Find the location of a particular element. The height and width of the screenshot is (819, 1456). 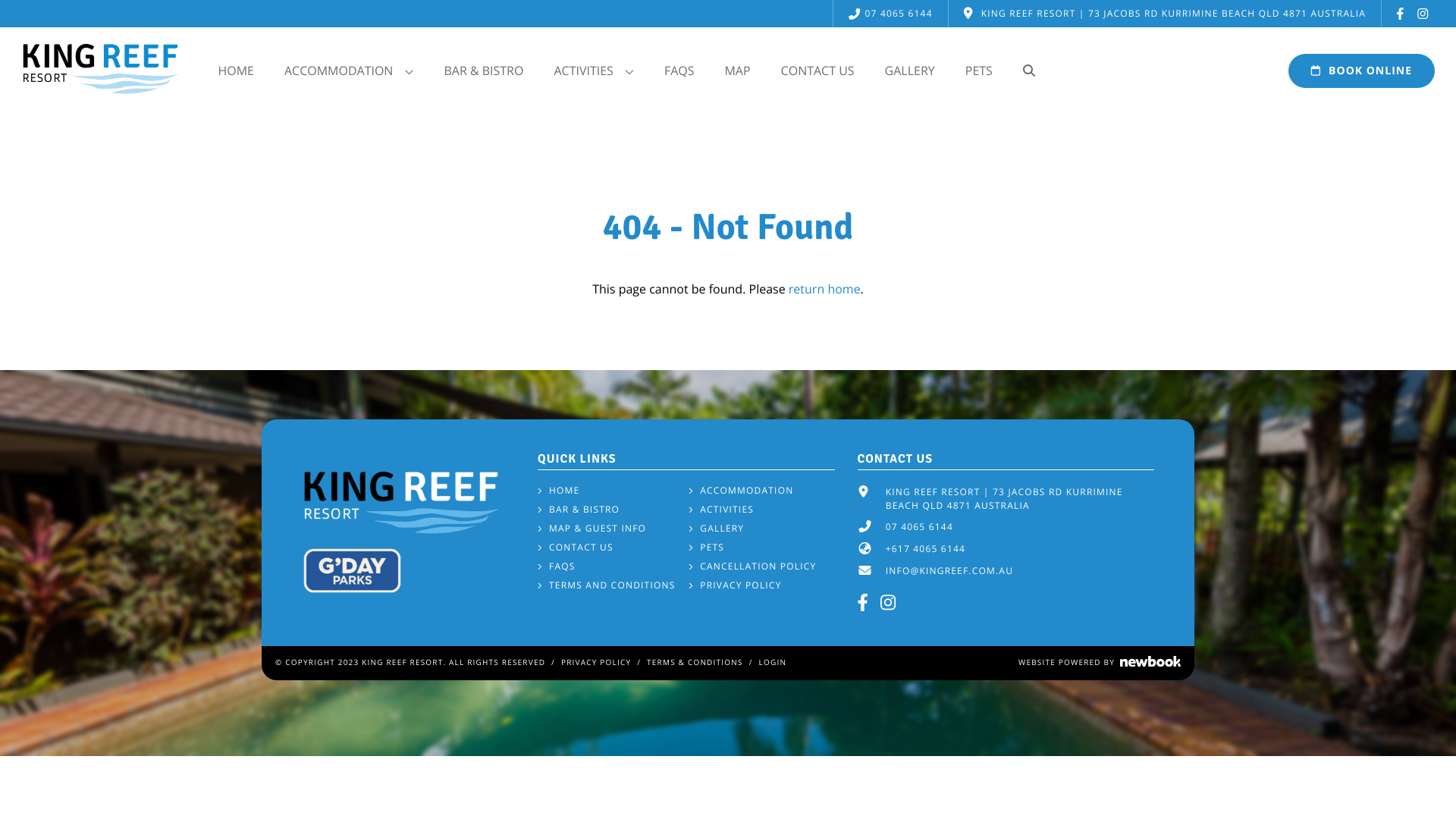

'BAR & BISTRO' is located at coordinates (482, 70).